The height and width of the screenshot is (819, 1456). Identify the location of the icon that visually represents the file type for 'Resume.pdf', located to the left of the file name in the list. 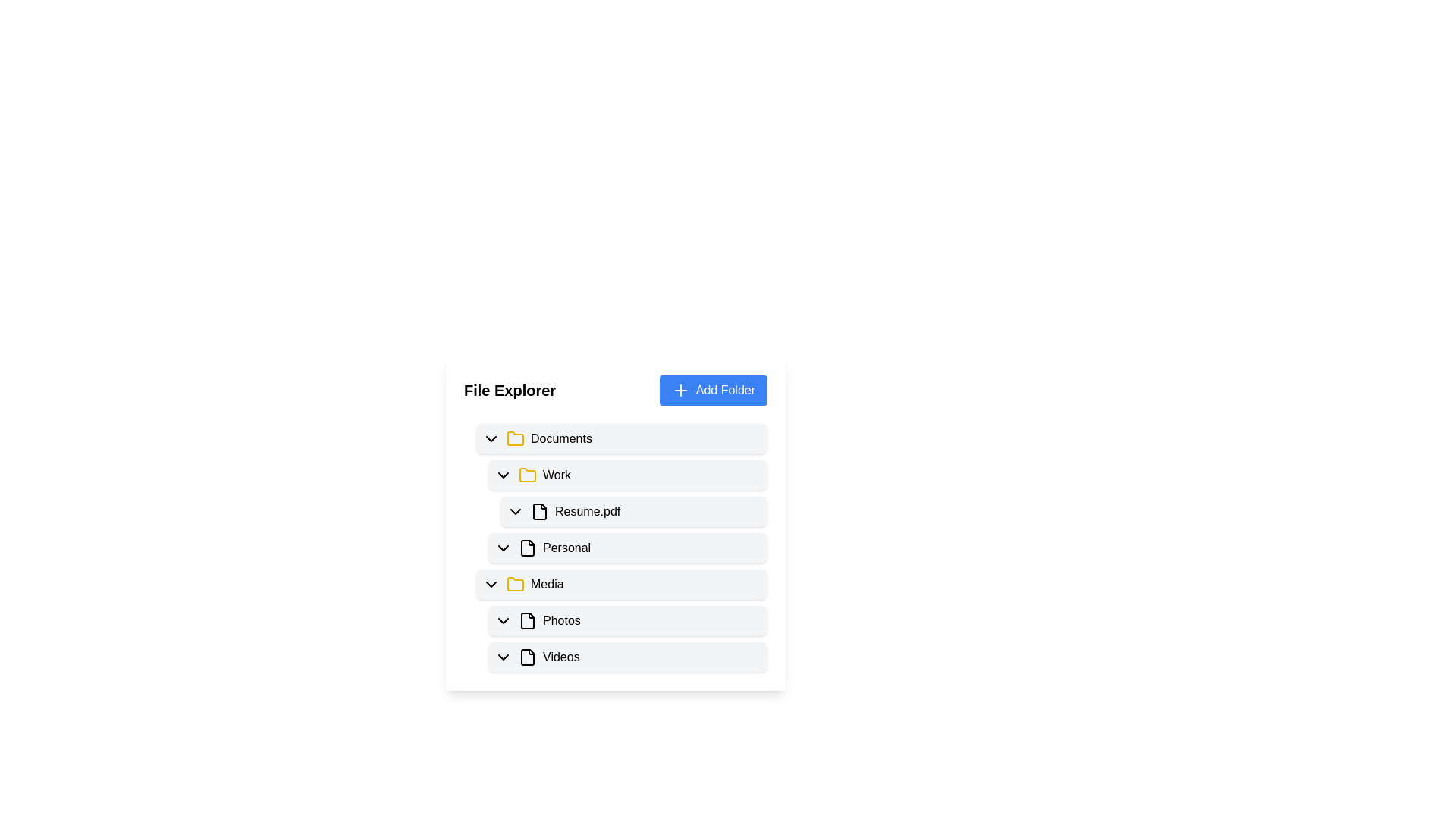
(539, 512).